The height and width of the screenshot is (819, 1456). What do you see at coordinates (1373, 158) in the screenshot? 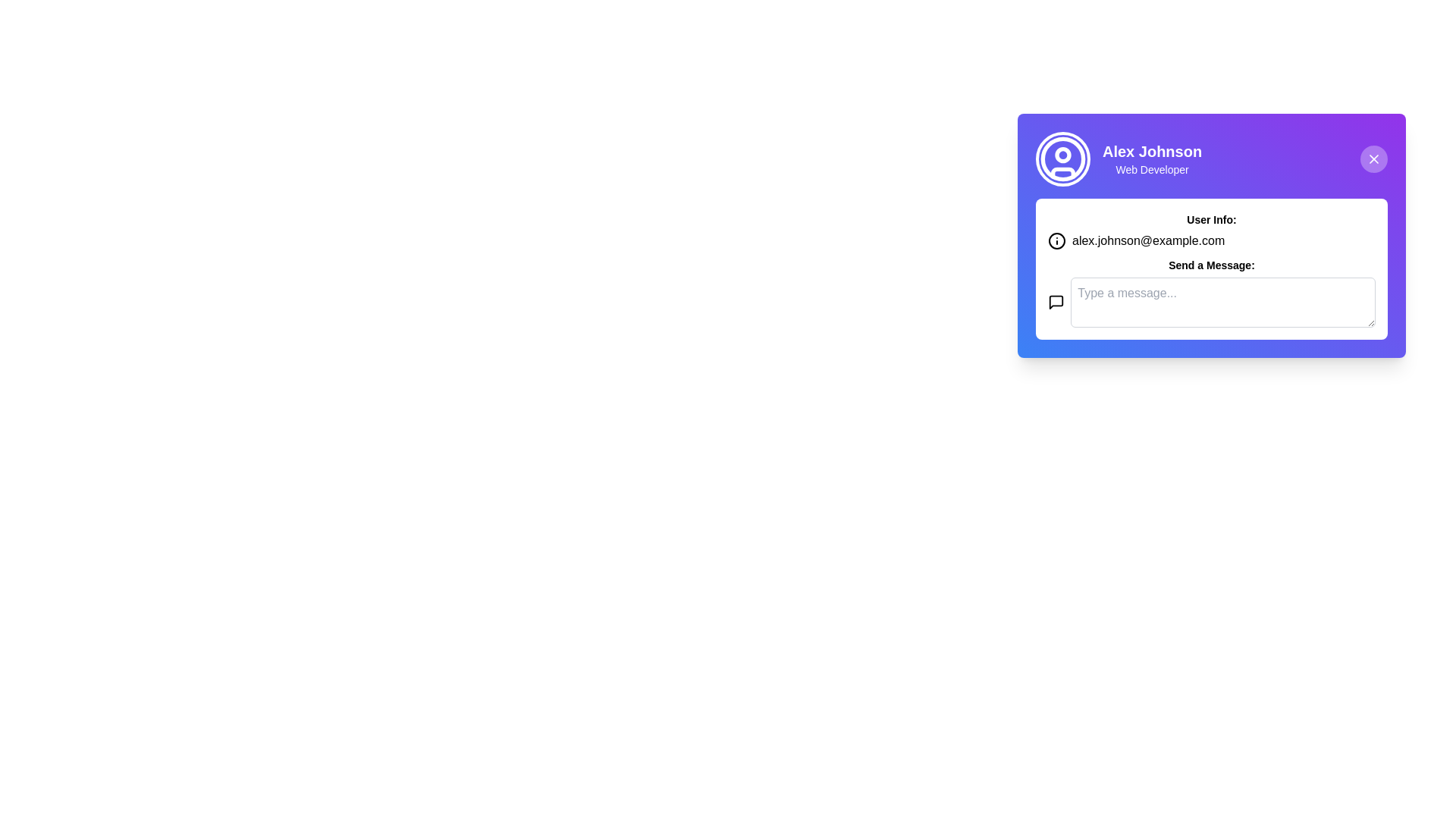
I see `the Close Button (X-shaped icon) located in the top-right corner of the profile details card, which is styled as a circular button with a white background` at bounding box center [1373, 158].